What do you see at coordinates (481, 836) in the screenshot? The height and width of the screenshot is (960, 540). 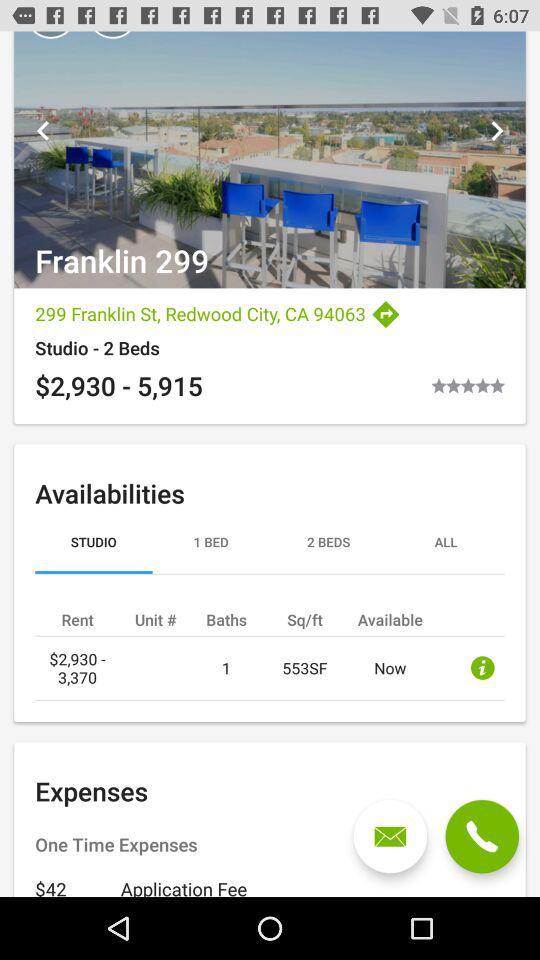 I see `the call icon` at bounding box center [481, 836].